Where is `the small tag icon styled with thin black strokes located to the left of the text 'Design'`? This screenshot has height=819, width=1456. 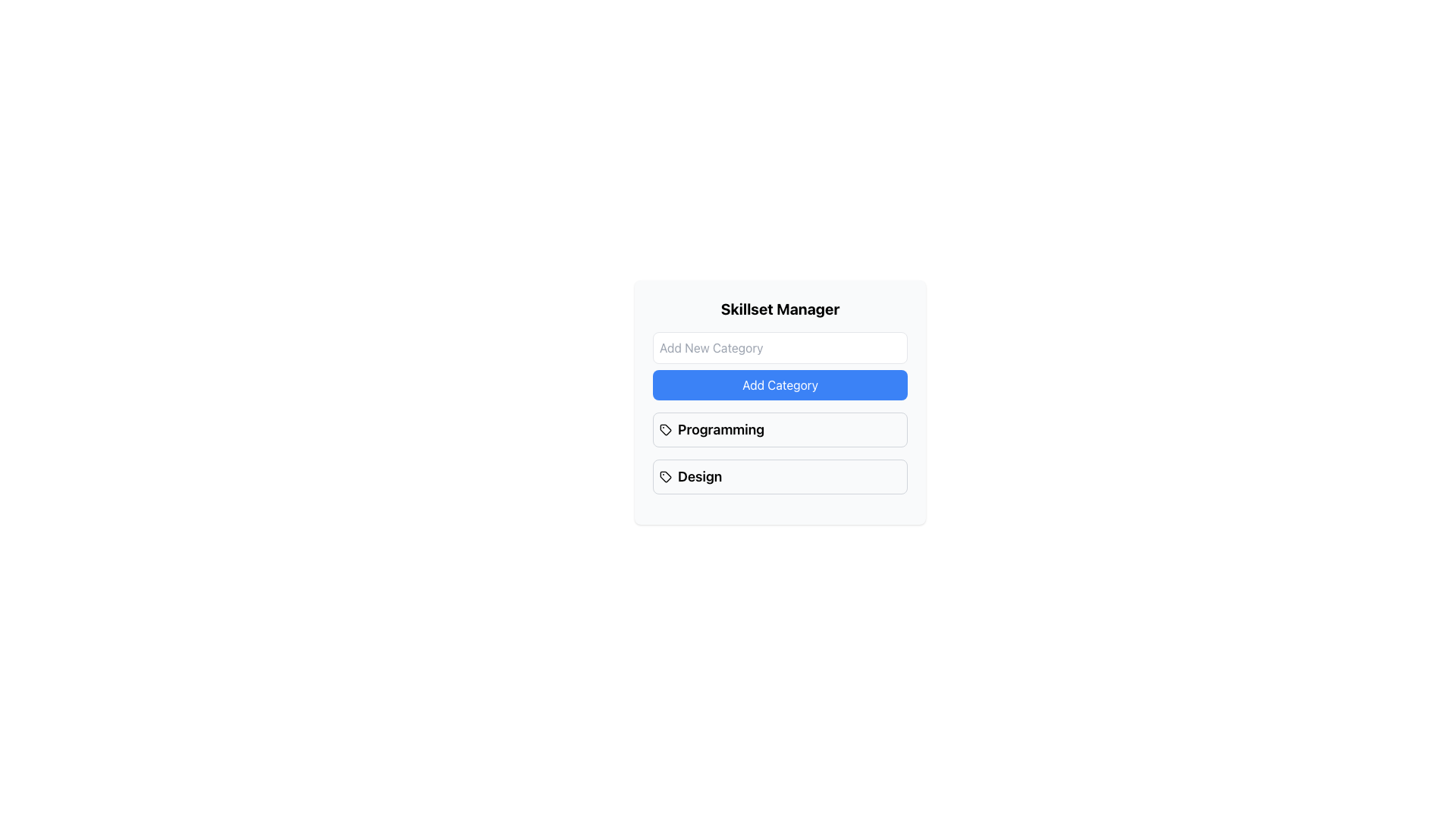
the small tag icon styled with thin black strokes located to the left of the text 'Design' is located at coordinates (666, 475).